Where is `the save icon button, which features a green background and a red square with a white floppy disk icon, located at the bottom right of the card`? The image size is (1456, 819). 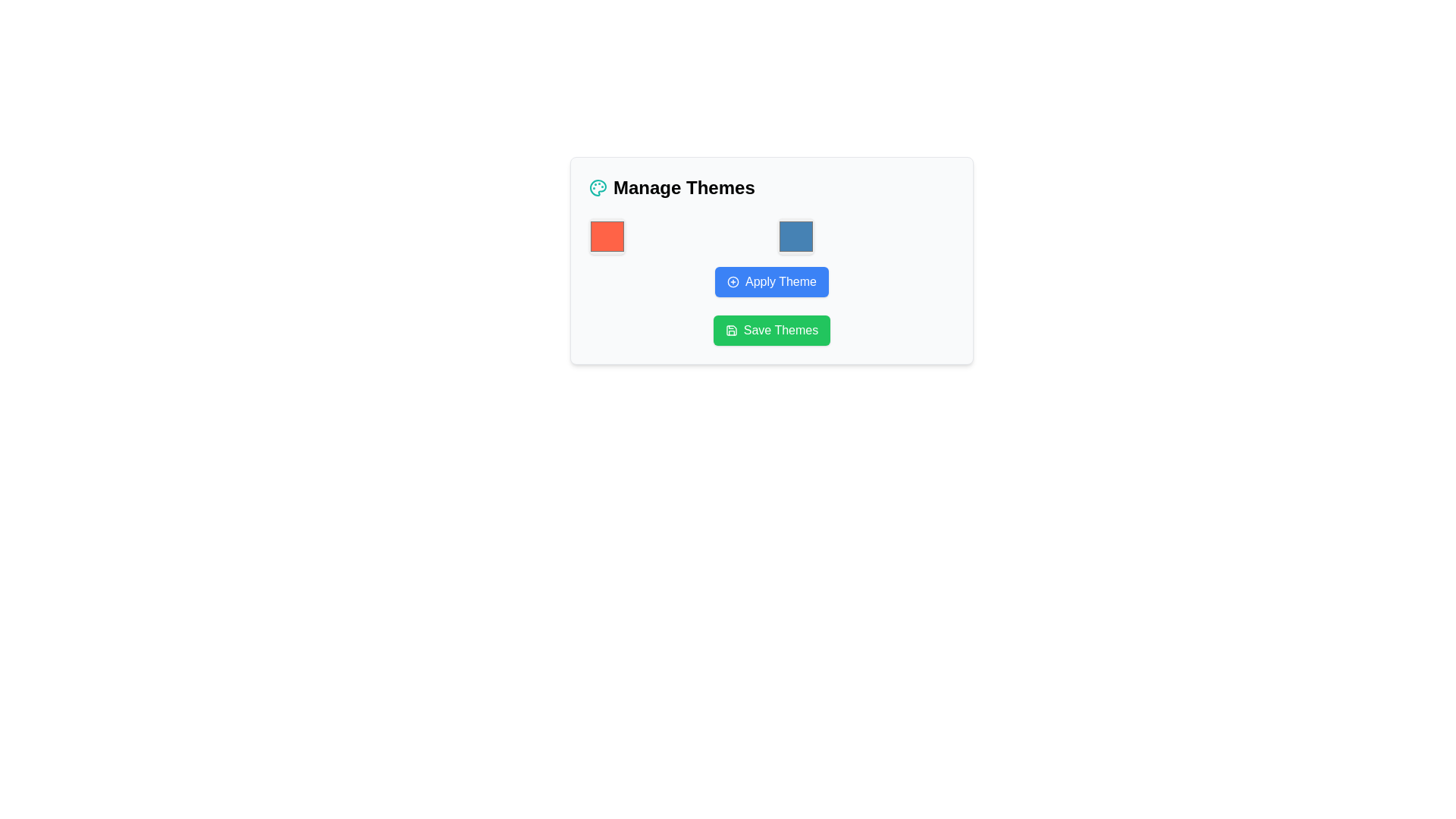 the save icon button, which features a green background and a red square with a white floppy disk icon, located at the bottom right of the card is located at coordinates (731, 329).